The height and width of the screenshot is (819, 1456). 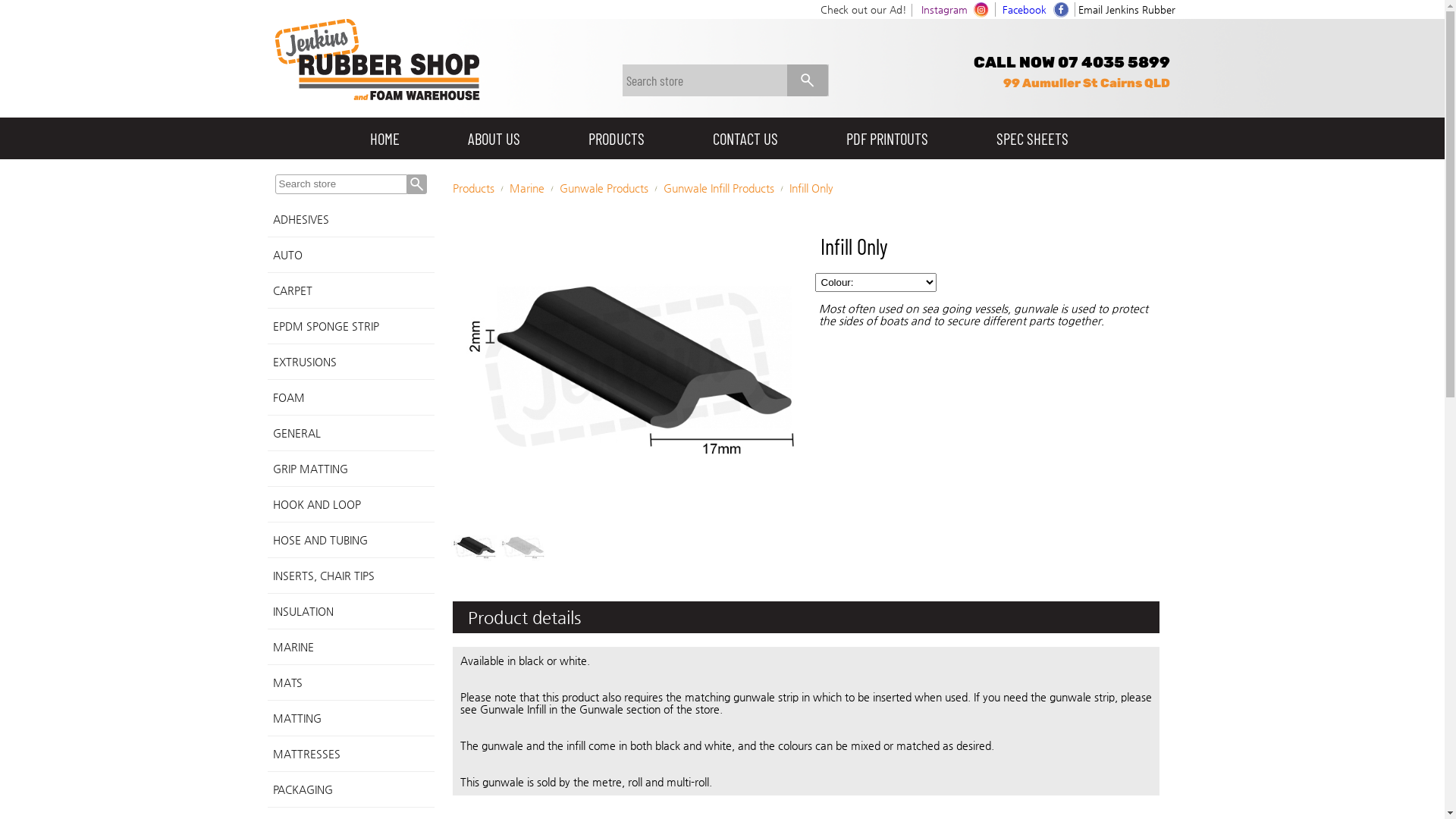 I want to click on 'PDF PRINTOUTS', so click(x=886, y=138).